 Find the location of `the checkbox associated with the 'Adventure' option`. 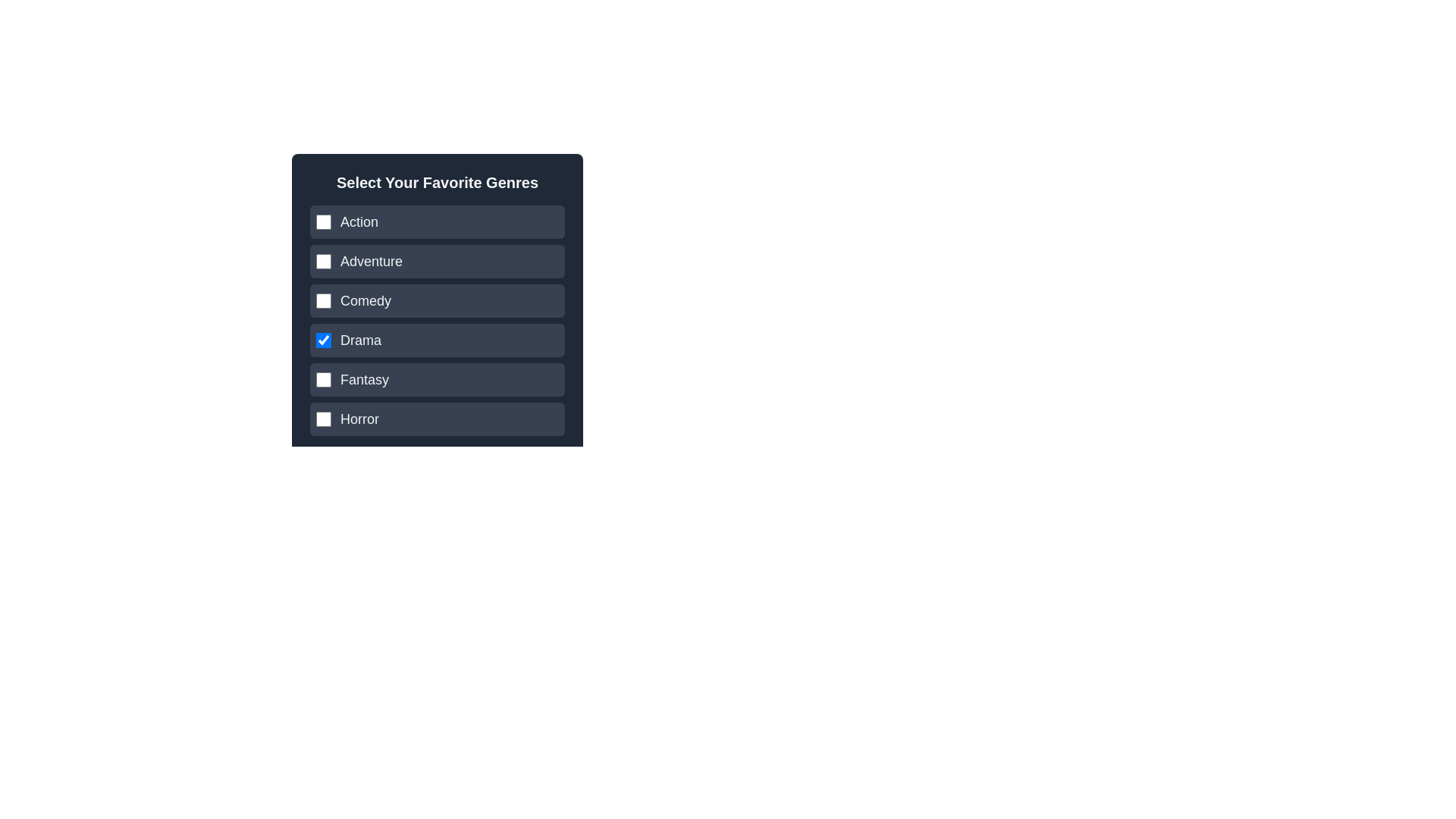

the checkbox associated with the 'Adventure' option is located at coordinates (323, 260).